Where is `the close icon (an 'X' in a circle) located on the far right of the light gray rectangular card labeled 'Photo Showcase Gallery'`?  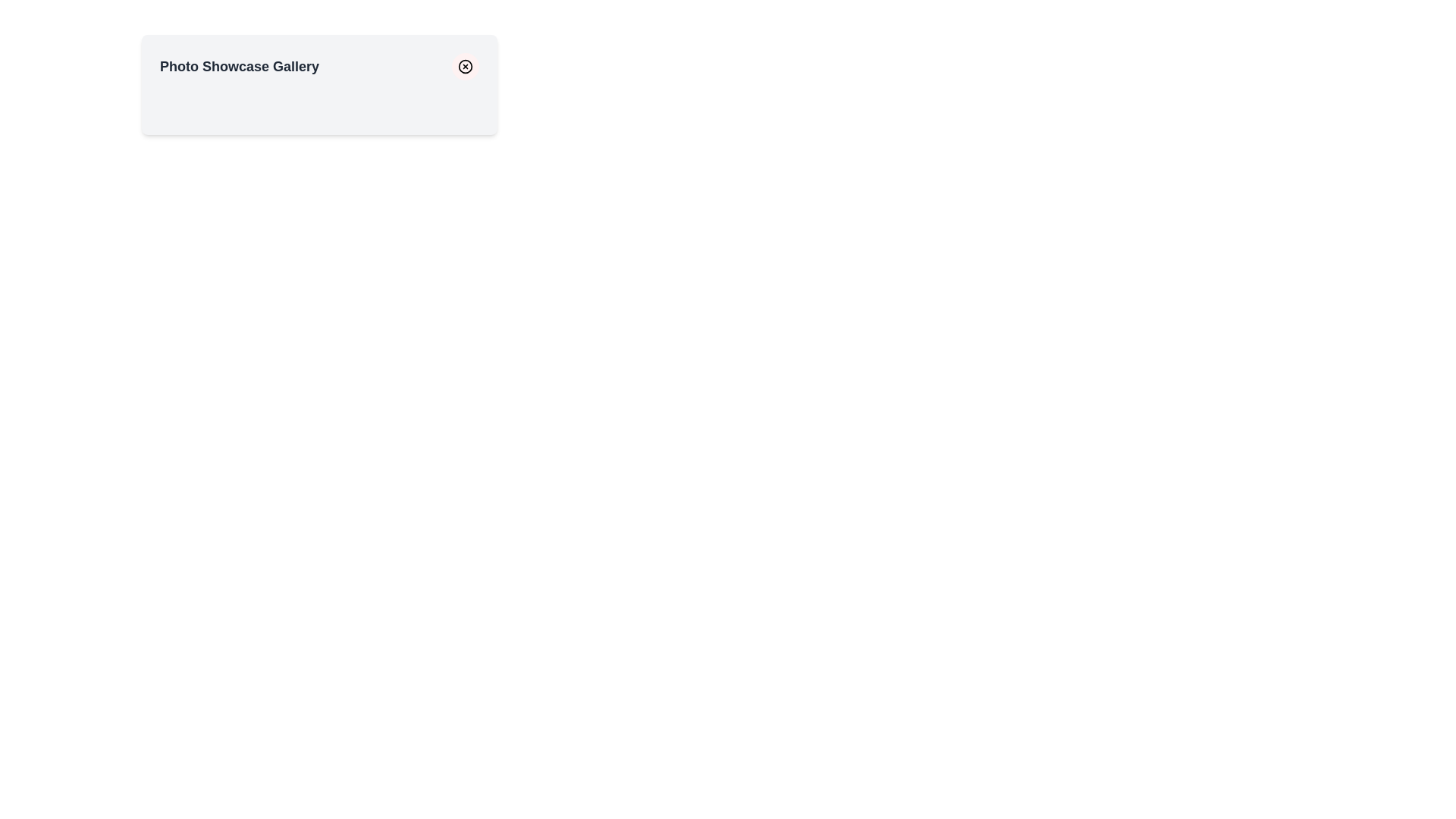 the close icon (an 'X' in a circle) located on the far right of the light gray rectangular card labeled 'Photo Showcase Gallery' is located at coordinates (465, 66).